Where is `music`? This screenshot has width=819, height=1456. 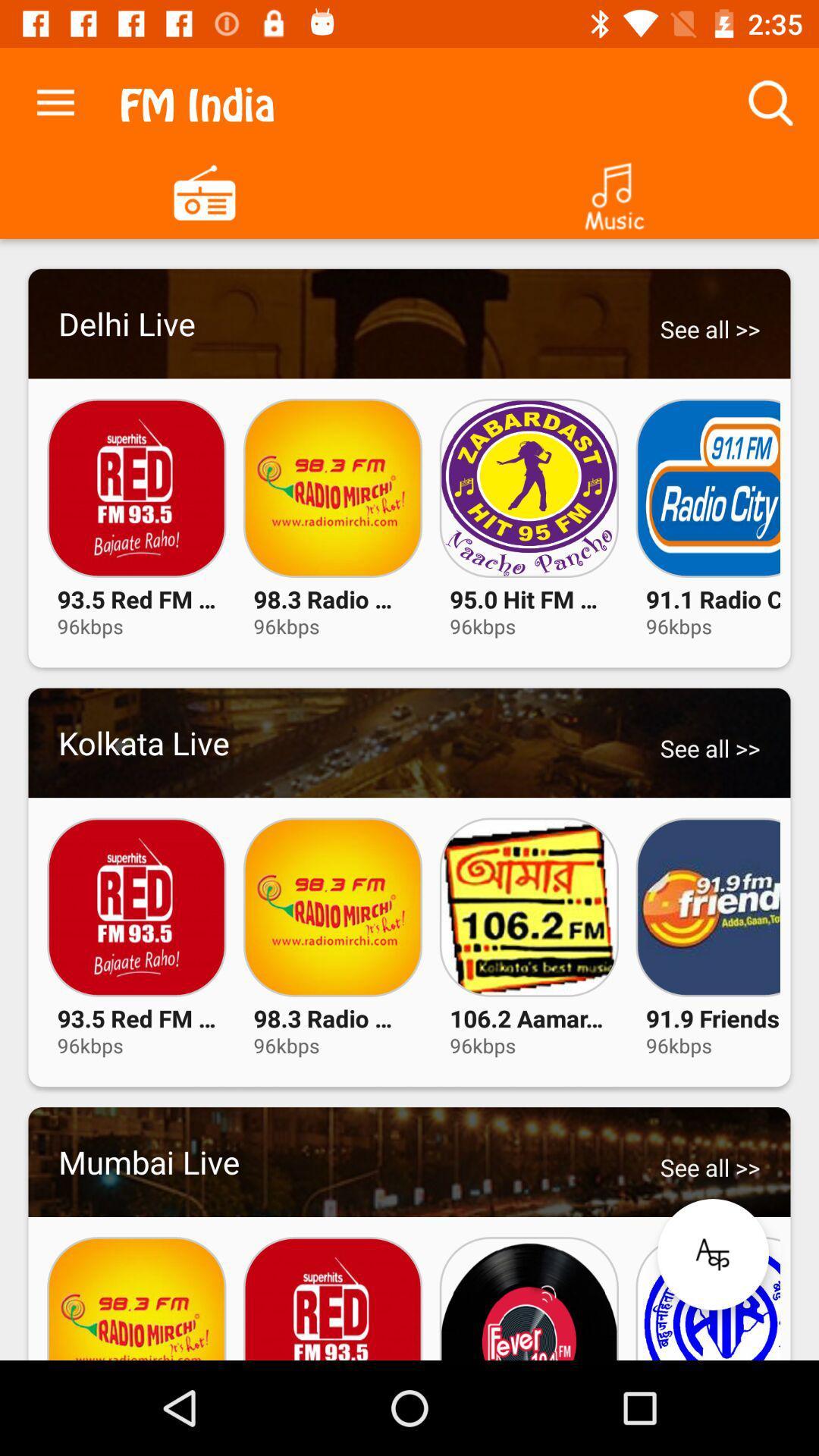 music is located at coordinates (614, 190).